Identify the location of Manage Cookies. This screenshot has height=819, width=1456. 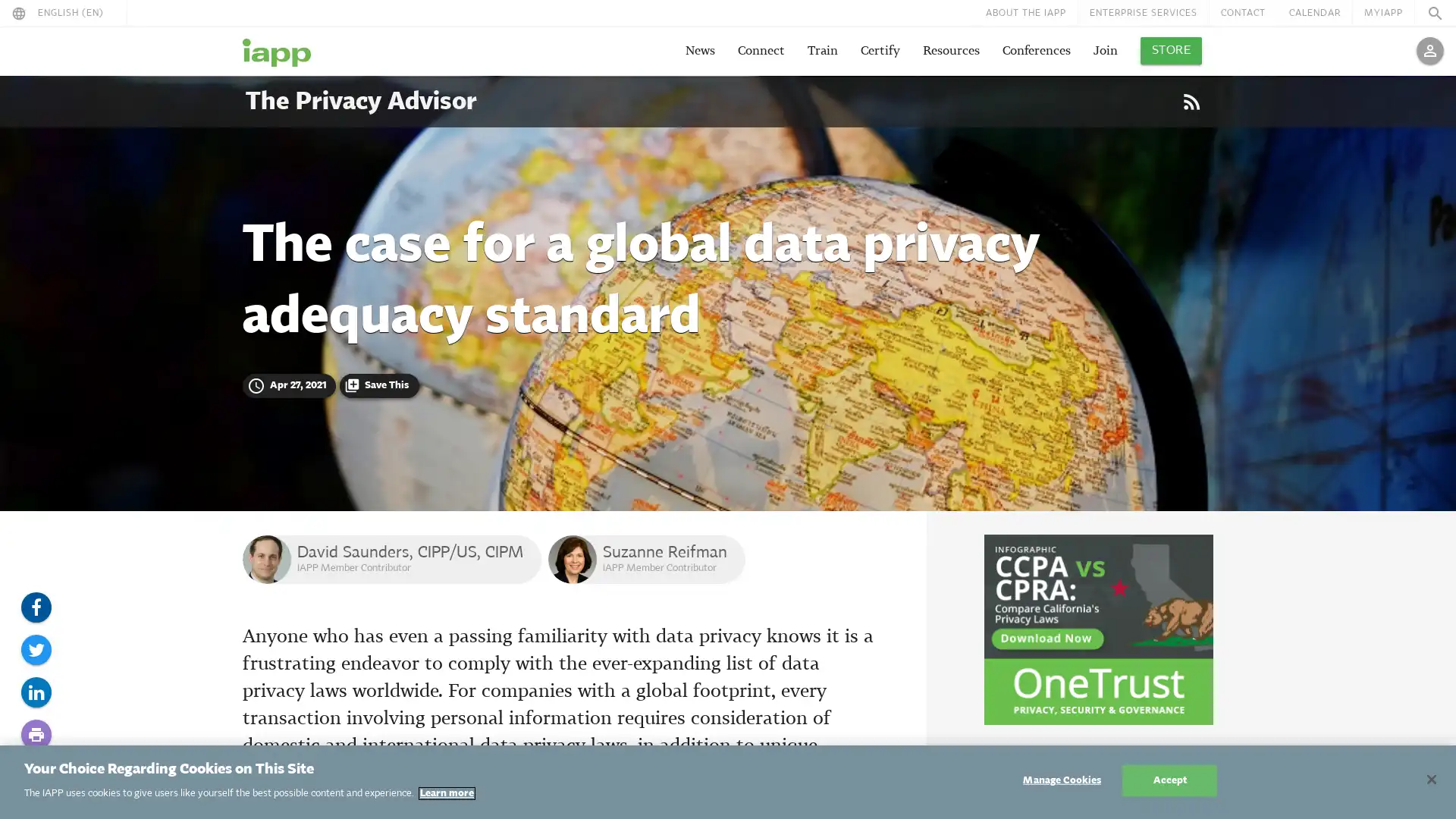
(1061, 780).